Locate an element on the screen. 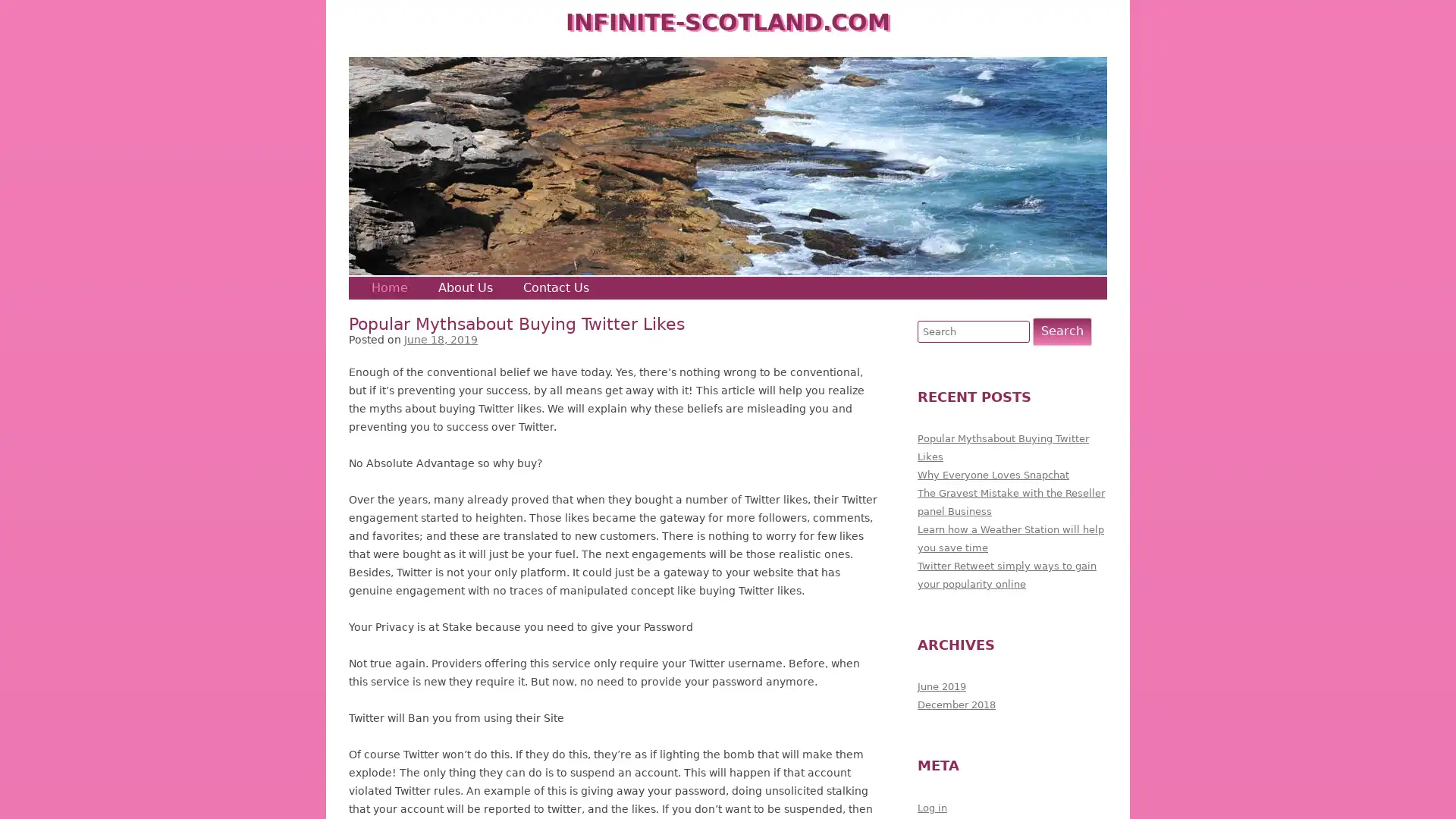 The image size is (1456, 819). Search is located at coordinates (1062, 330).